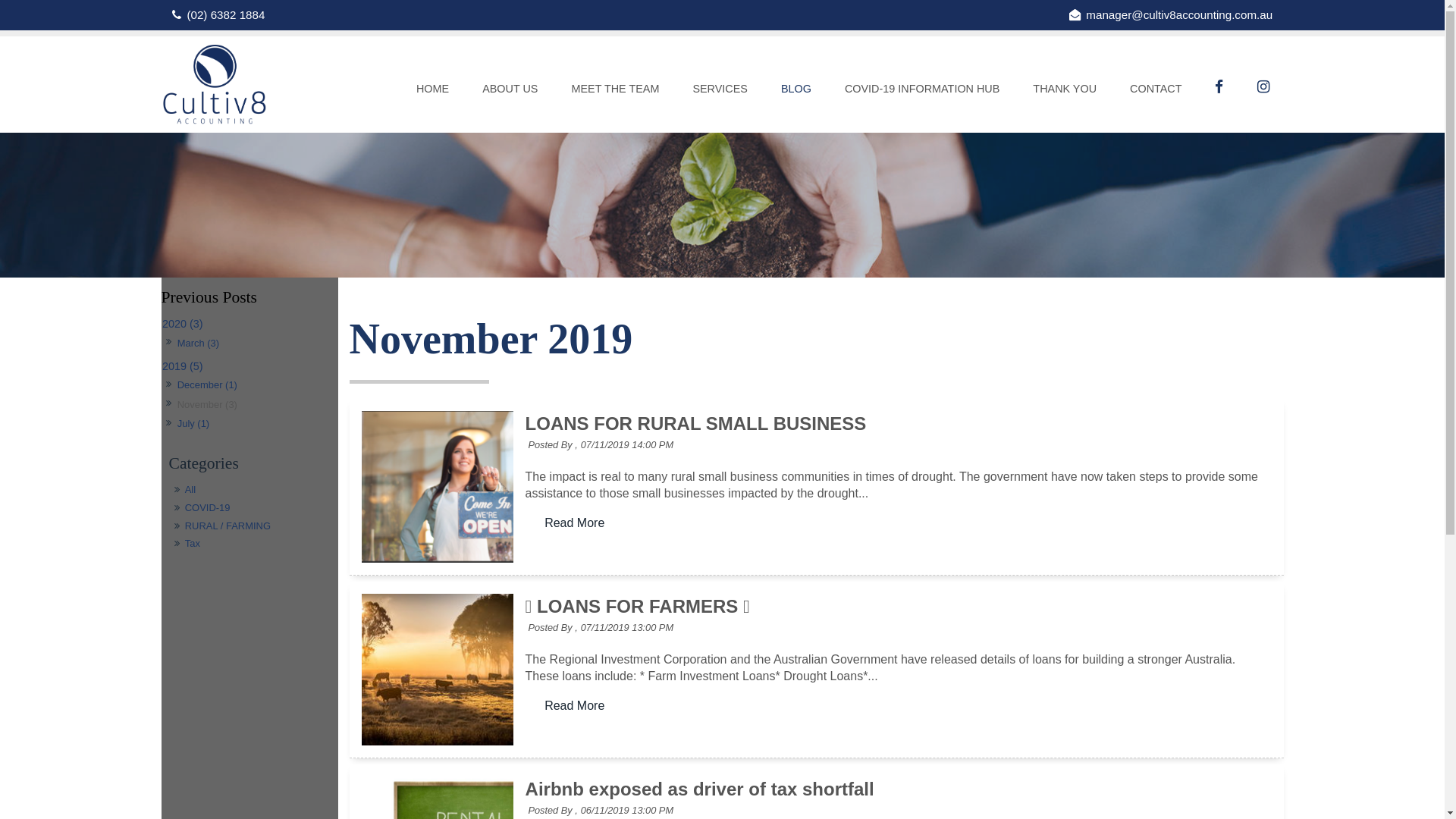  Describe the element at coordinates (510, 90) in the screenshot. I see `'ABOUT US'` at that location.